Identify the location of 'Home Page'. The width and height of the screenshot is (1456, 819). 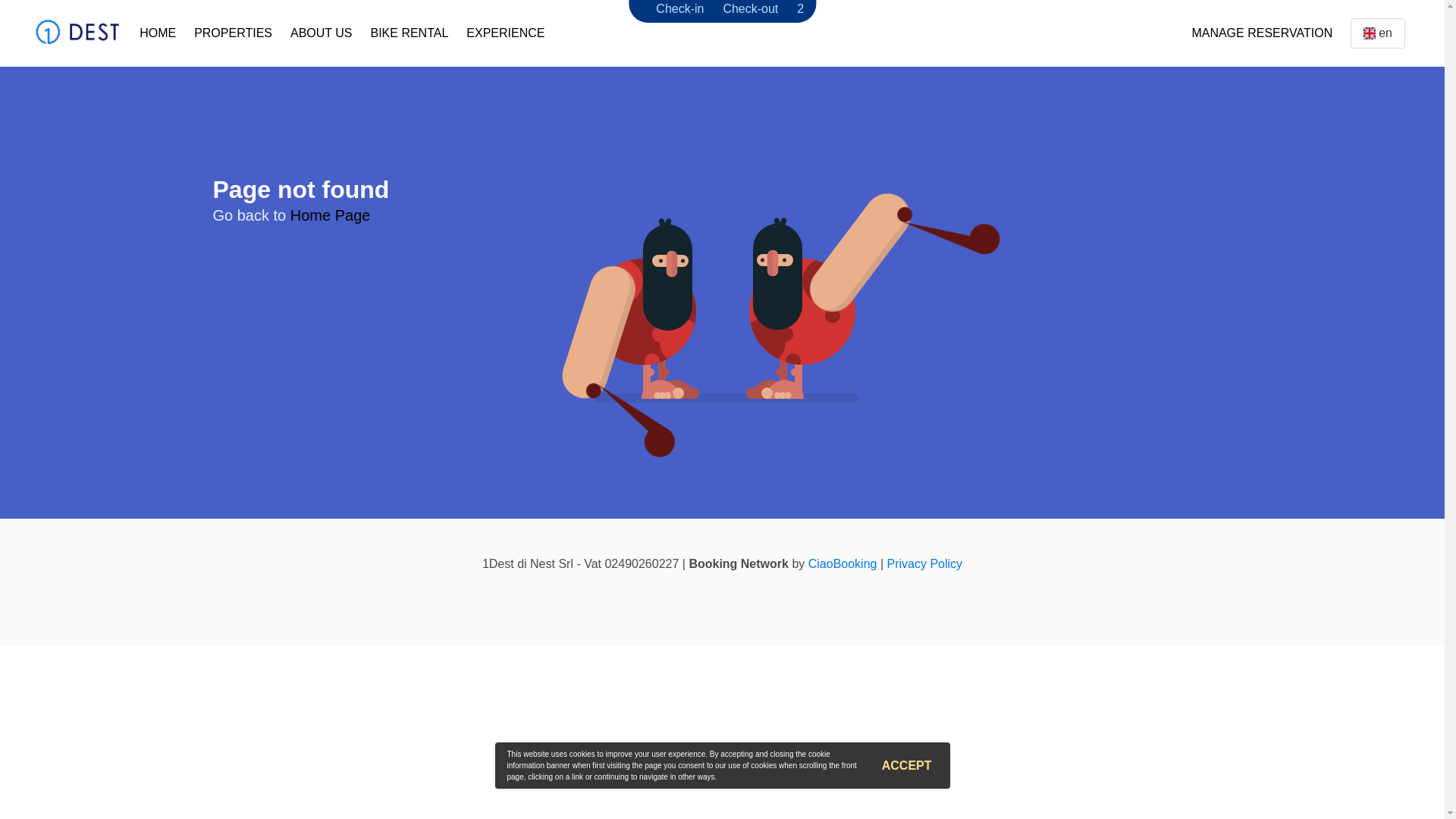
(330, 215).